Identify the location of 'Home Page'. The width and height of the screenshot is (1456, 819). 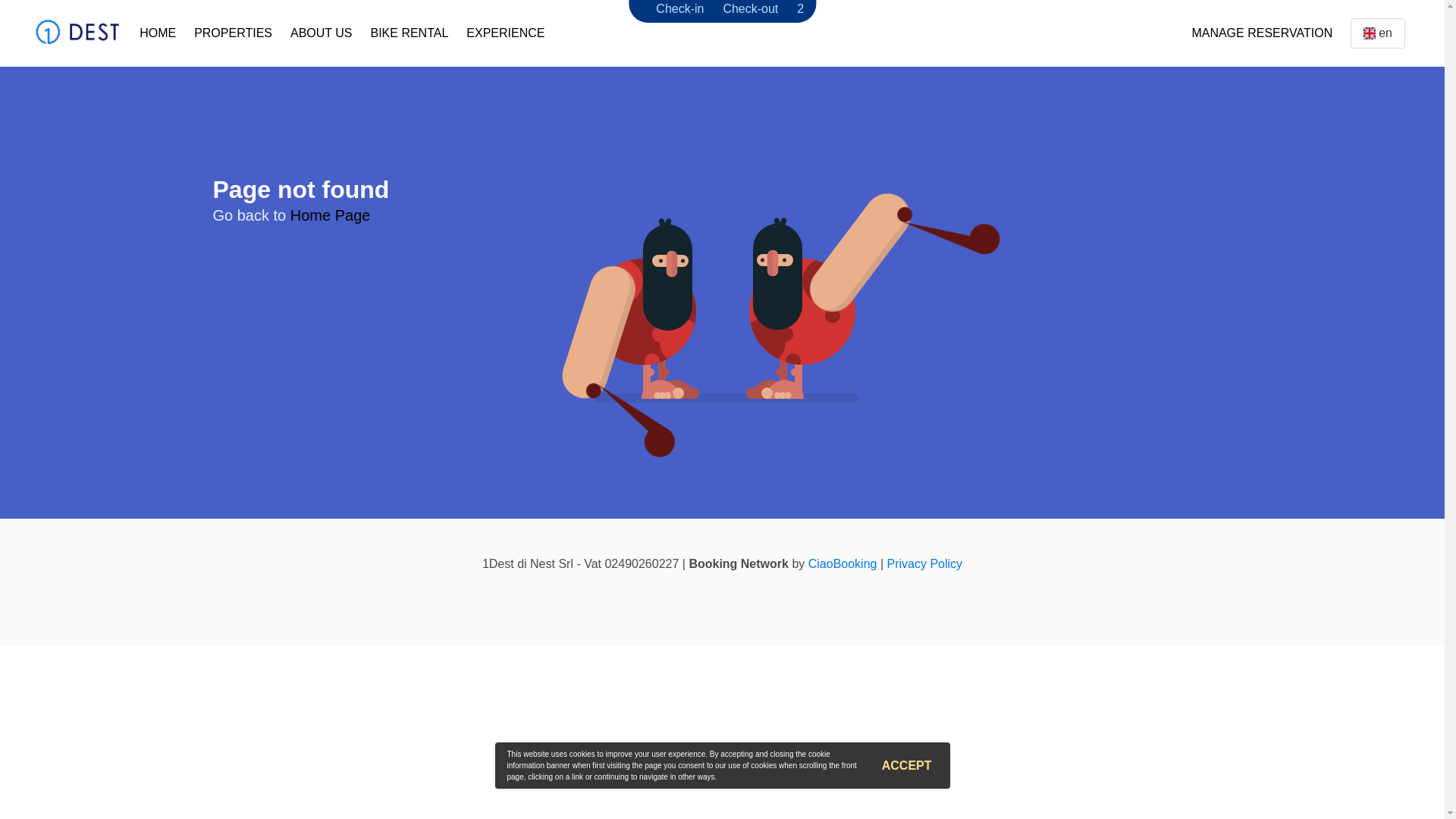
(330, 215).